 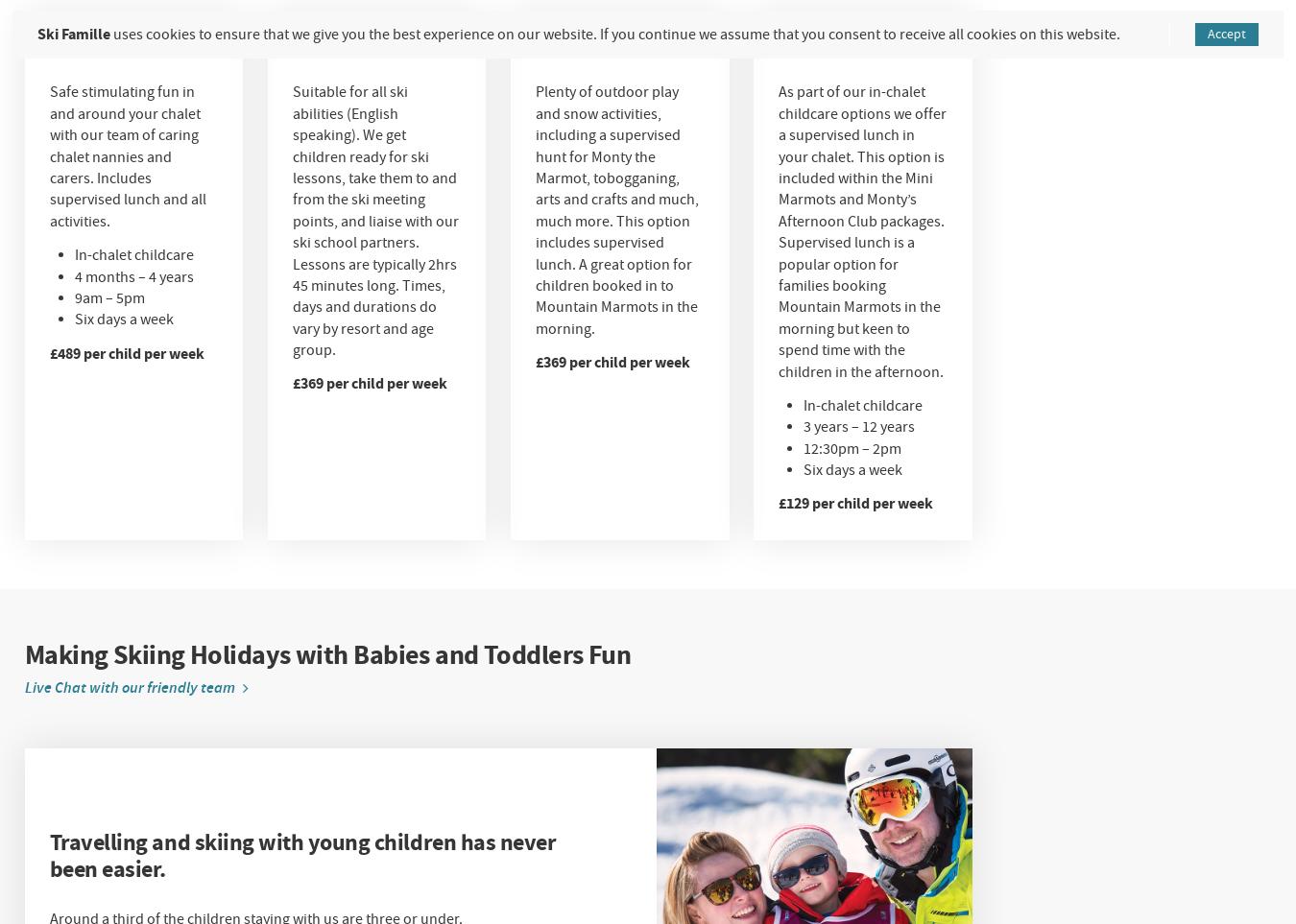 What do you see at coordinates (88, 34) in the screenshot?
I see `'Mini Marmots'` at bounding box center [88, 34].